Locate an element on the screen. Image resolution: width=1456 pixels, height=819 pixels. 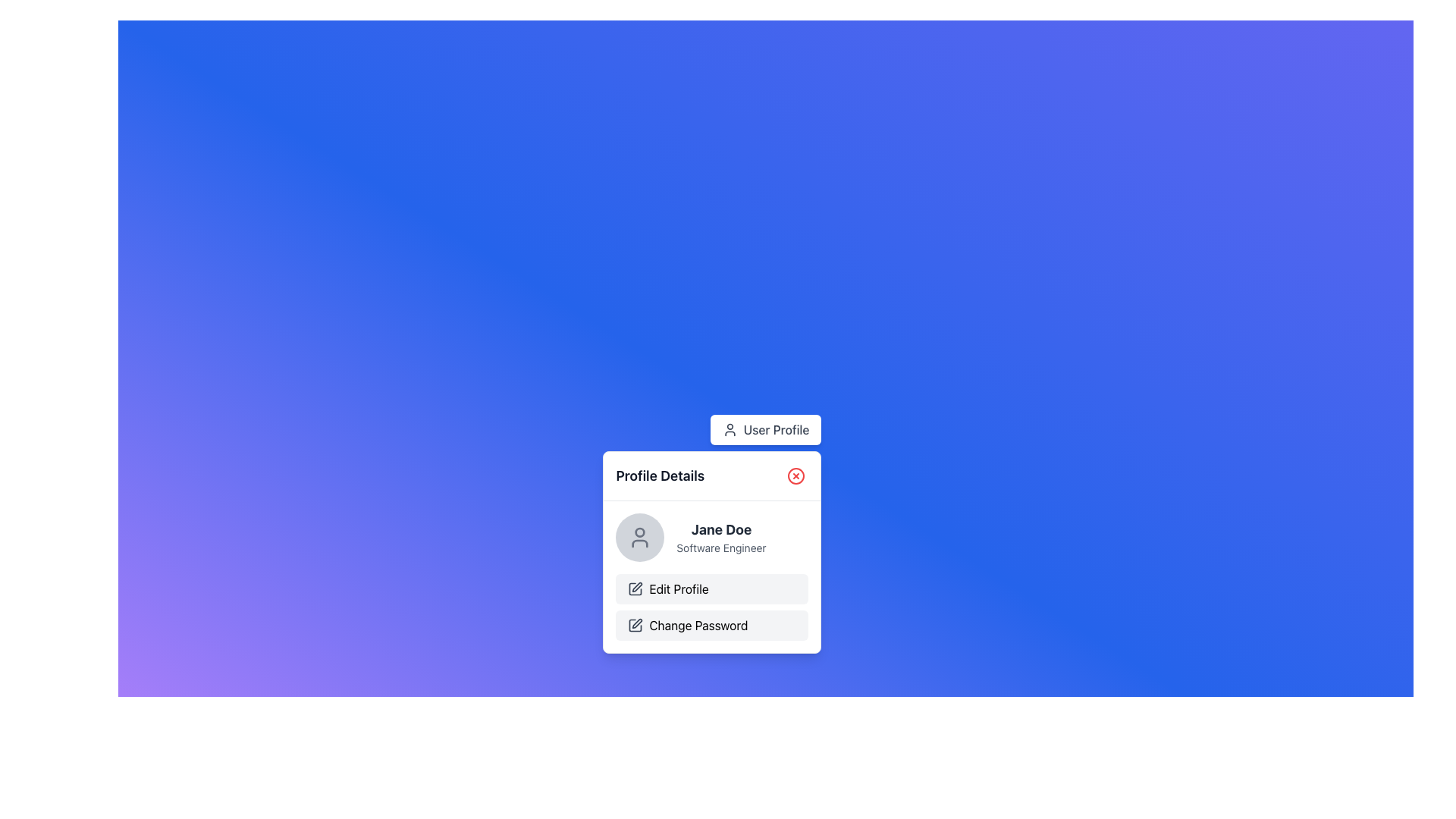
the 'Change Password' button, which is a horizontally-aligned button with a gray background and a pen icon on the left, located within a context menu below 'Edit Profile' is located at coordinates (711, 626).